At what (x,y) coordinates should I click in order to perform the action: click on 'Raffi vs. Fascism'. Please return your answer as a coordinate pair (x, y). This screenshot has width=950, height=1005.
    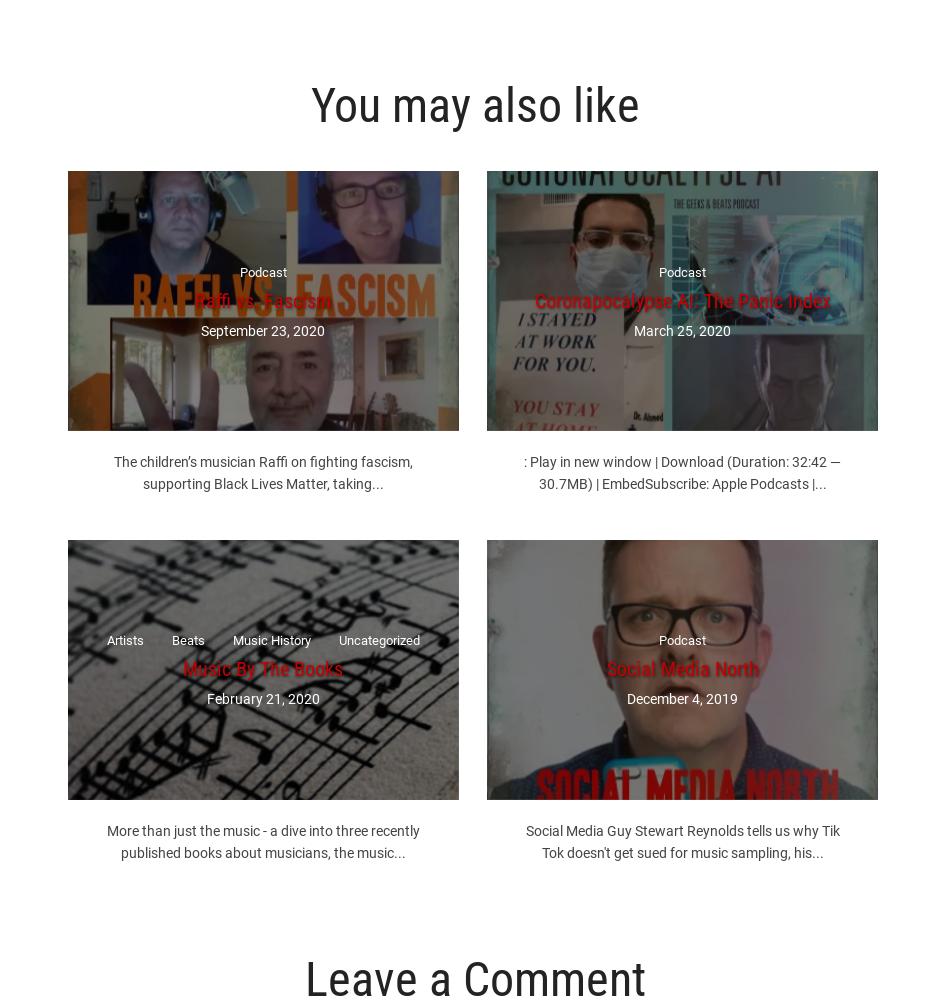
    Looking at the image, I should click on (261, 298).